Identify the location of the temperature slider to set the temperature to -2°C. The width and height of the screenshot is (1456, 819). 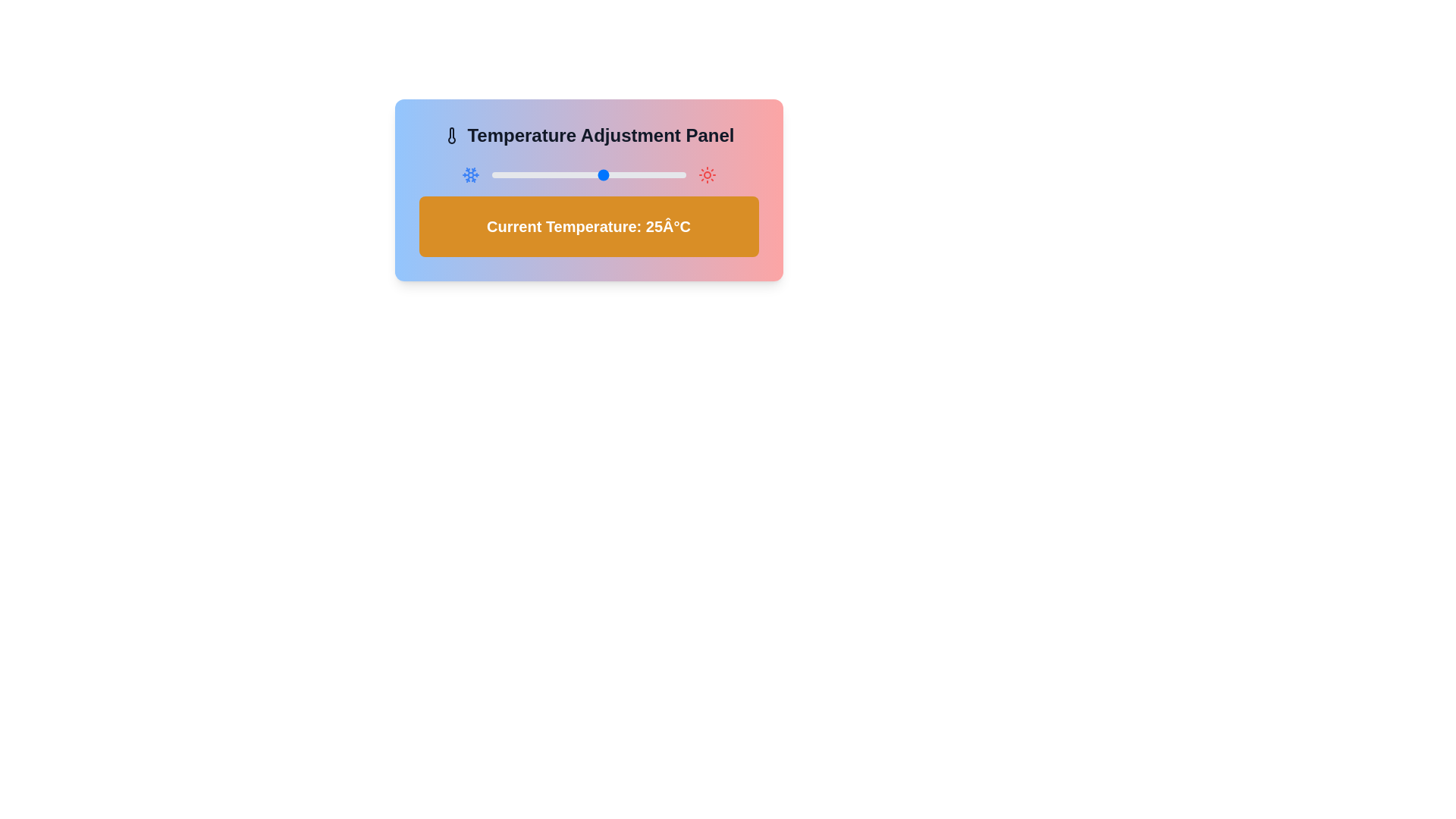
(517, 174).